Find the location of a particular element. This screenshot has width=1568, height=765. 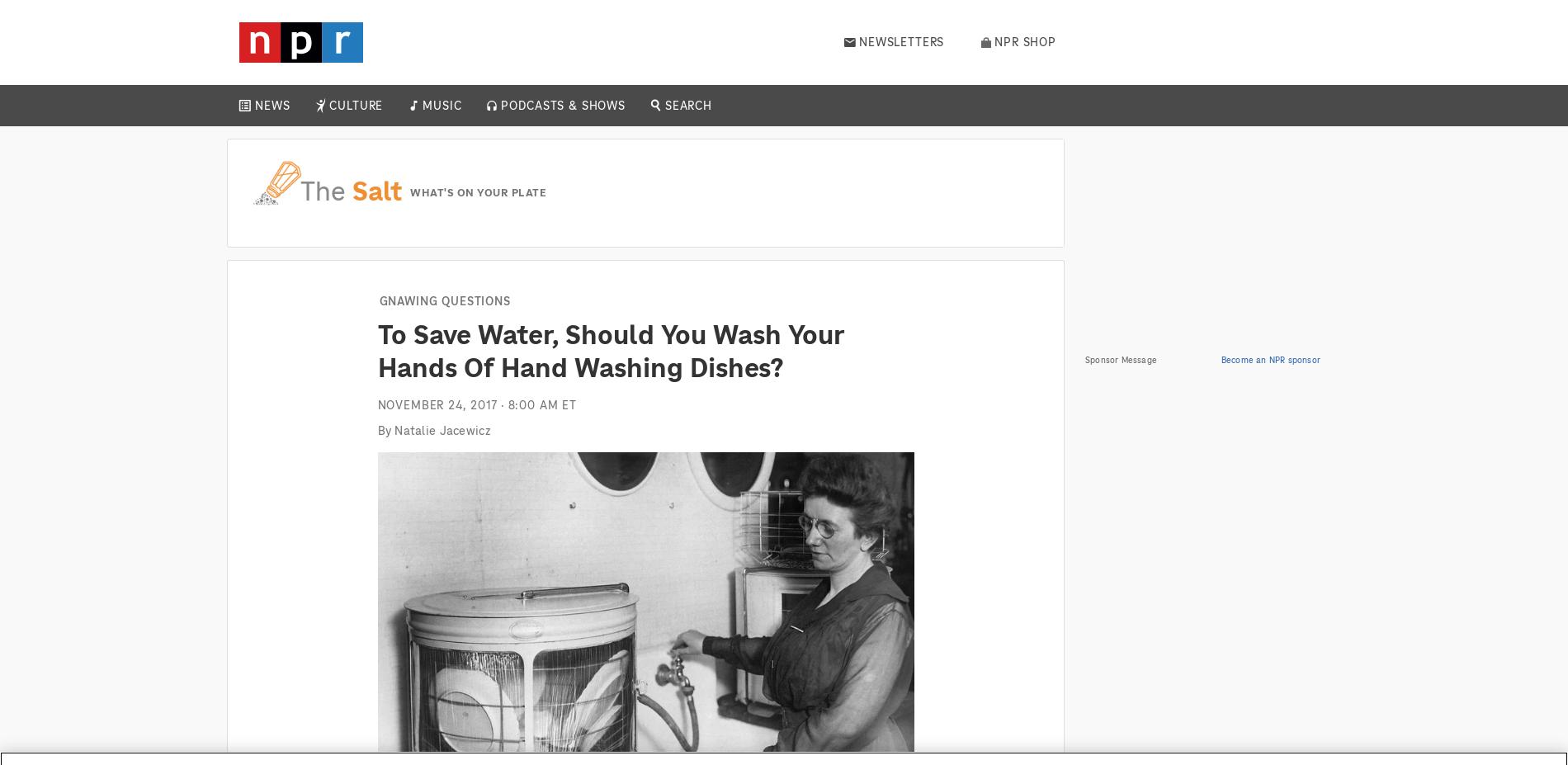

'Food' is located at coordinates (350, 232).